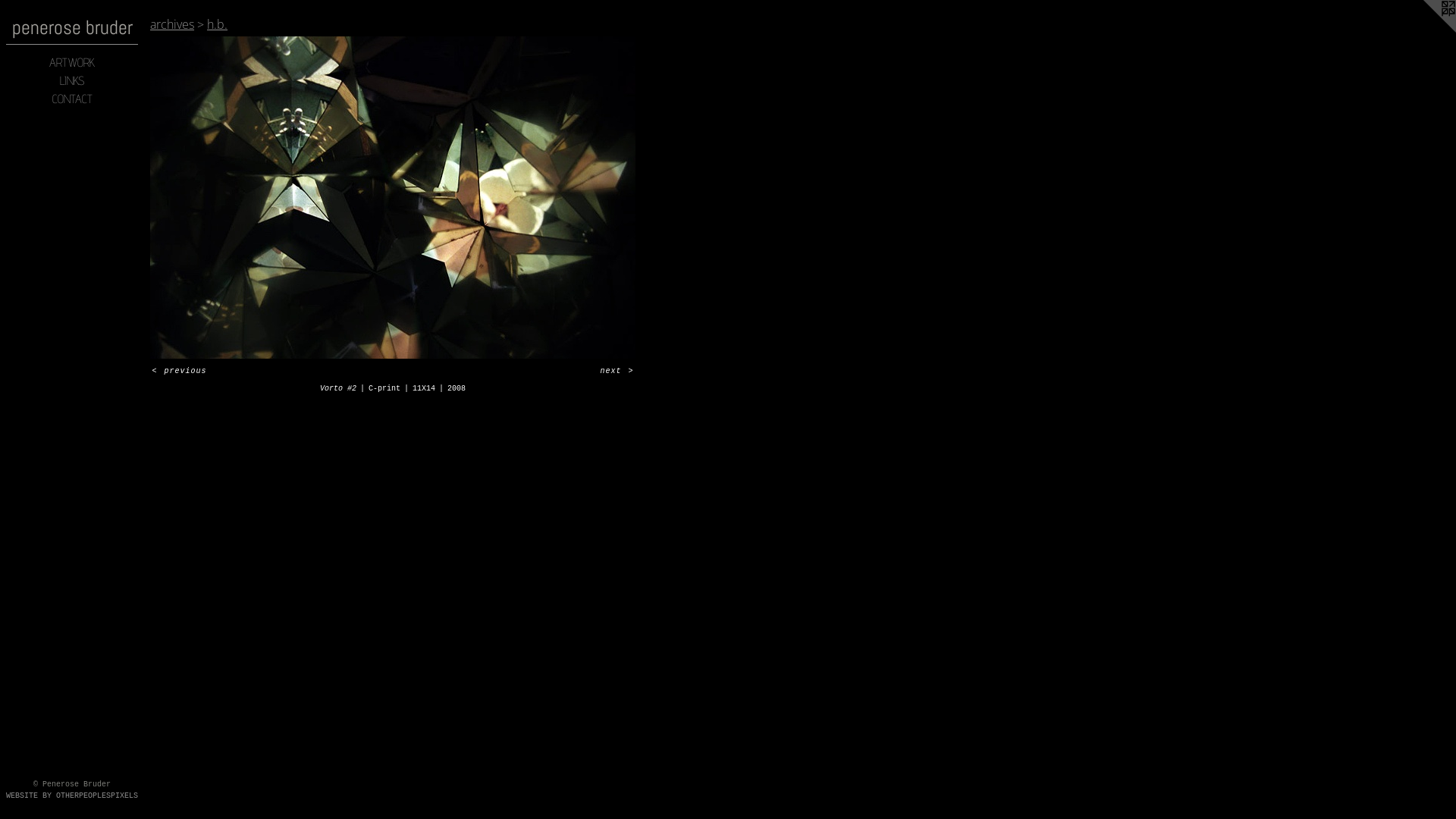 This screenshot has height=819, width=1456. What do you see at coordinates (71, 81) in the screenshot?
I see `'LINKS'` at bounding box center [71, 81].